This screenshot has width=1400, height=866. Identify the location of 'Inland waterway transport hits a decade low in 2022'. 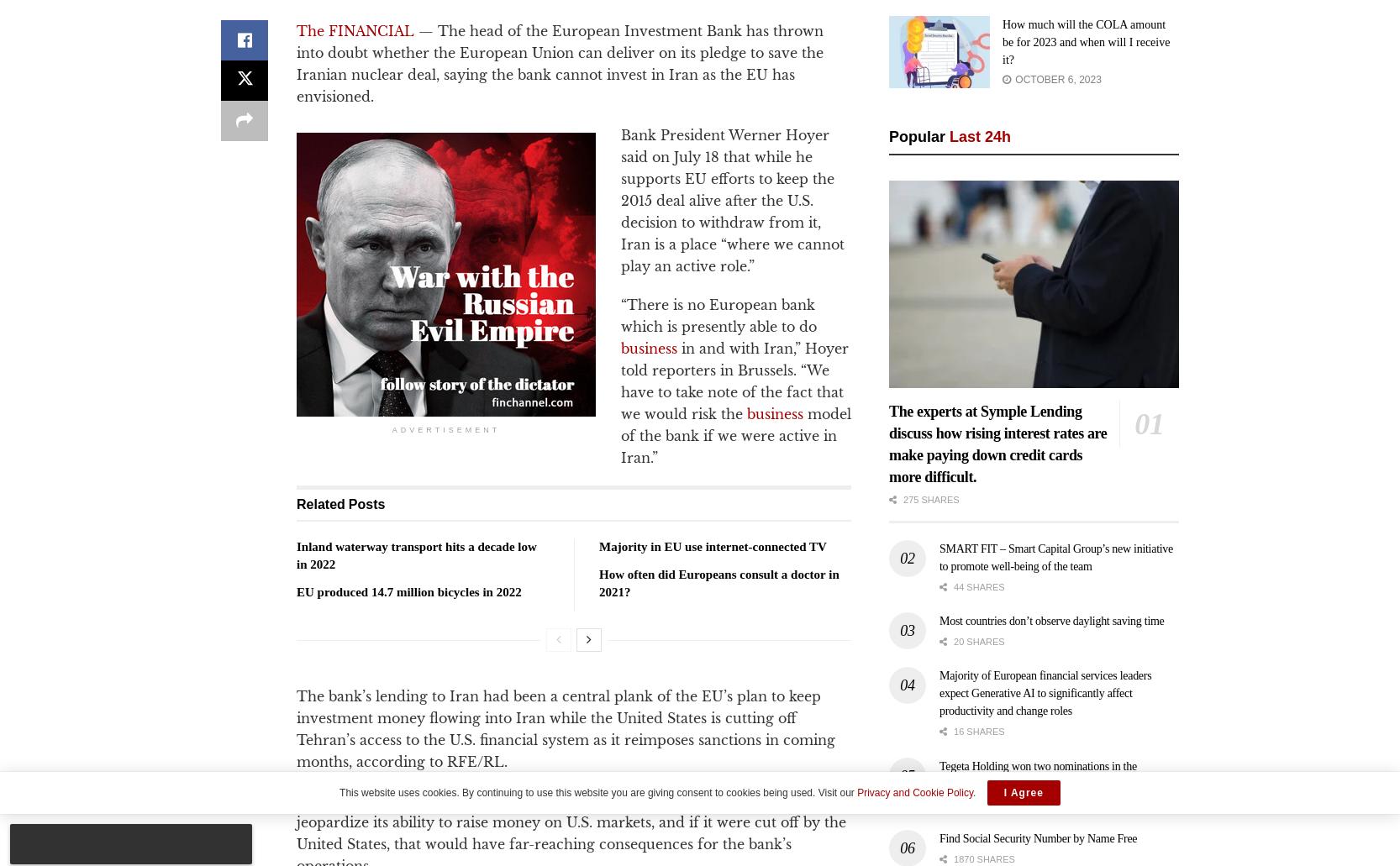
(416, 554).